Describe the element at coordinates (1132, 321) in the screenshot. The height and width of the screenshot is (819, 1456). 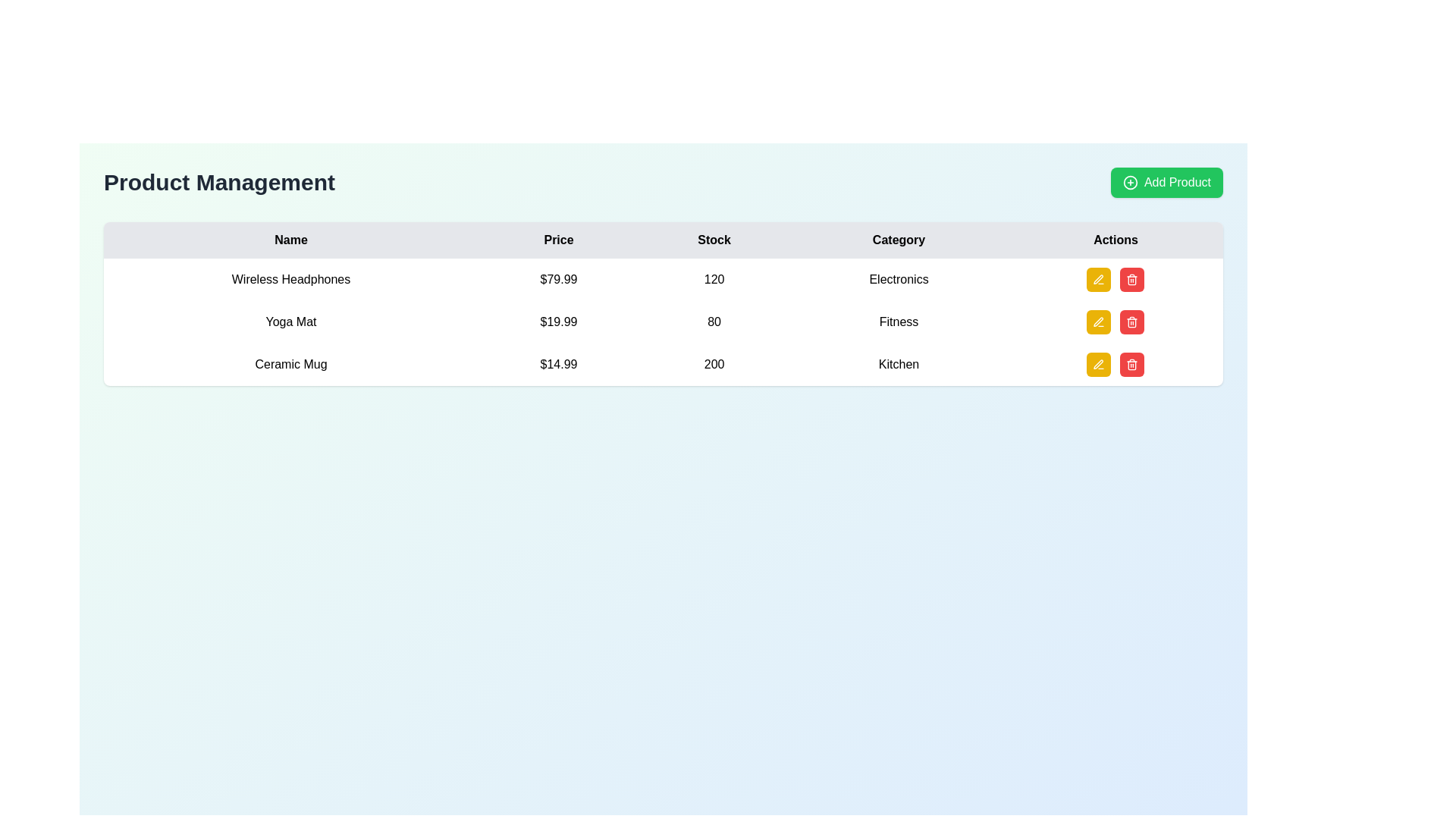
I see `the delete button located in the bottom-most row of the product management table, specifically the second icon in the 'Actions' column` at that location.